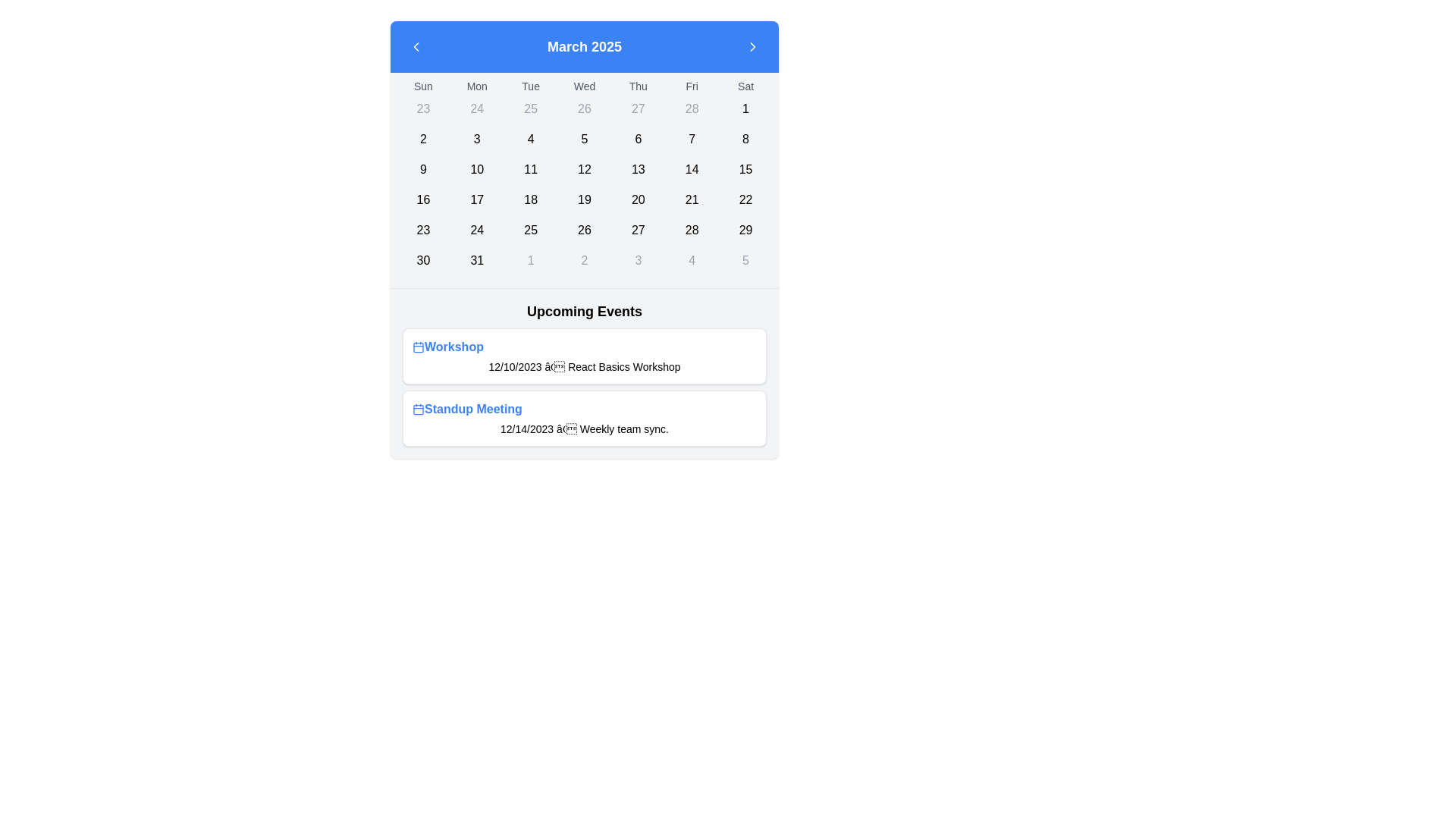  What do you see at coordinates (584, 86) in the screenshot?
I see `the text label displaying 'Wed' in the header row of the calendar layout for March 2025, positioned in the fourth column` at bounding box center [584, 86].